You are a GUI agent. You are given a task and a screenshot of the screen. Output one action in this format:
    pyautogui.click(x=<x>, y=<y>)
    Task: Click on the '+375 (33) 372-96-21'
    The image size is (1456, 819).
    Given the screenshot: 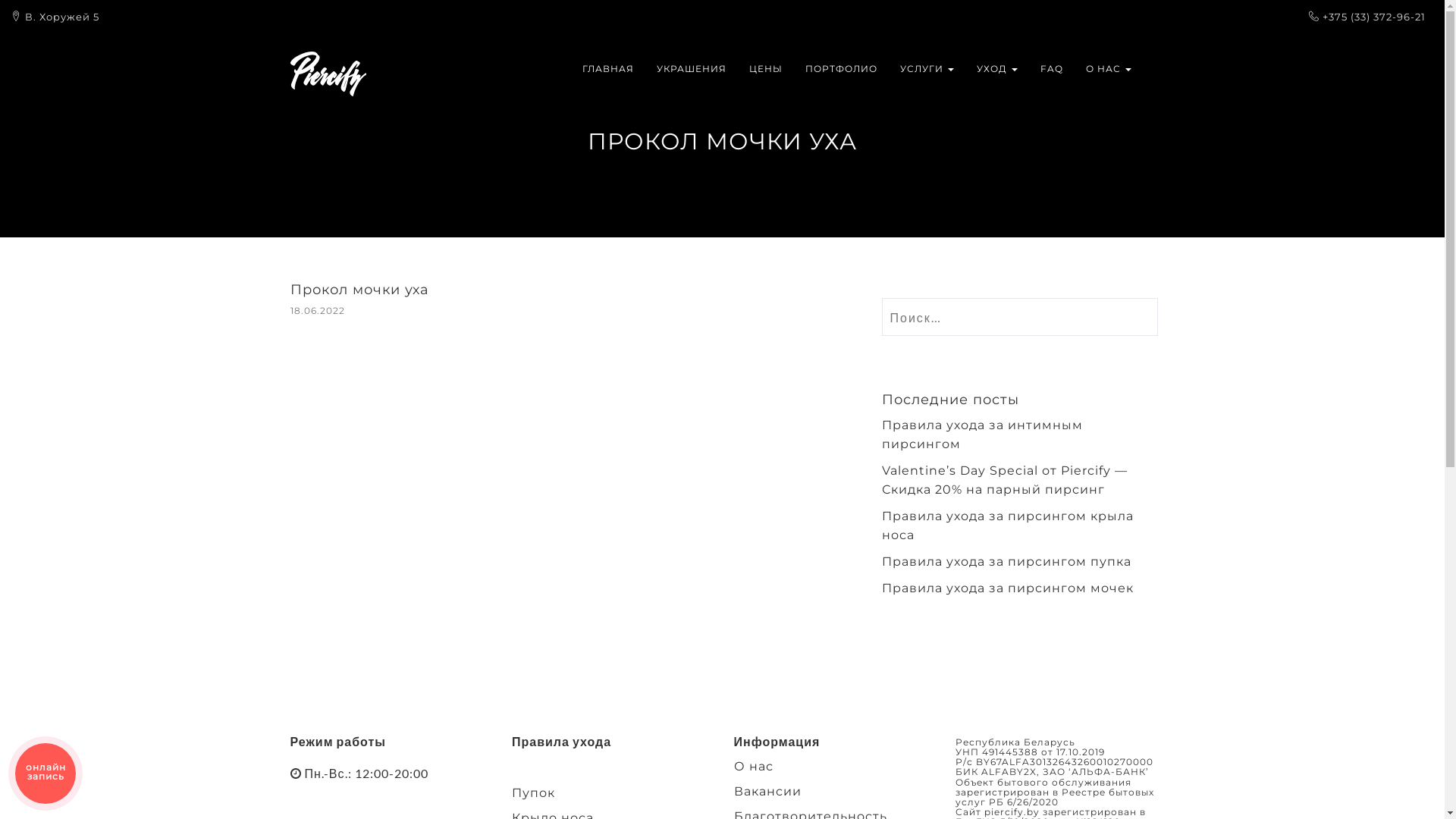 What is the action you would take?
    pyautogui.click(x=1373, y=17)
    